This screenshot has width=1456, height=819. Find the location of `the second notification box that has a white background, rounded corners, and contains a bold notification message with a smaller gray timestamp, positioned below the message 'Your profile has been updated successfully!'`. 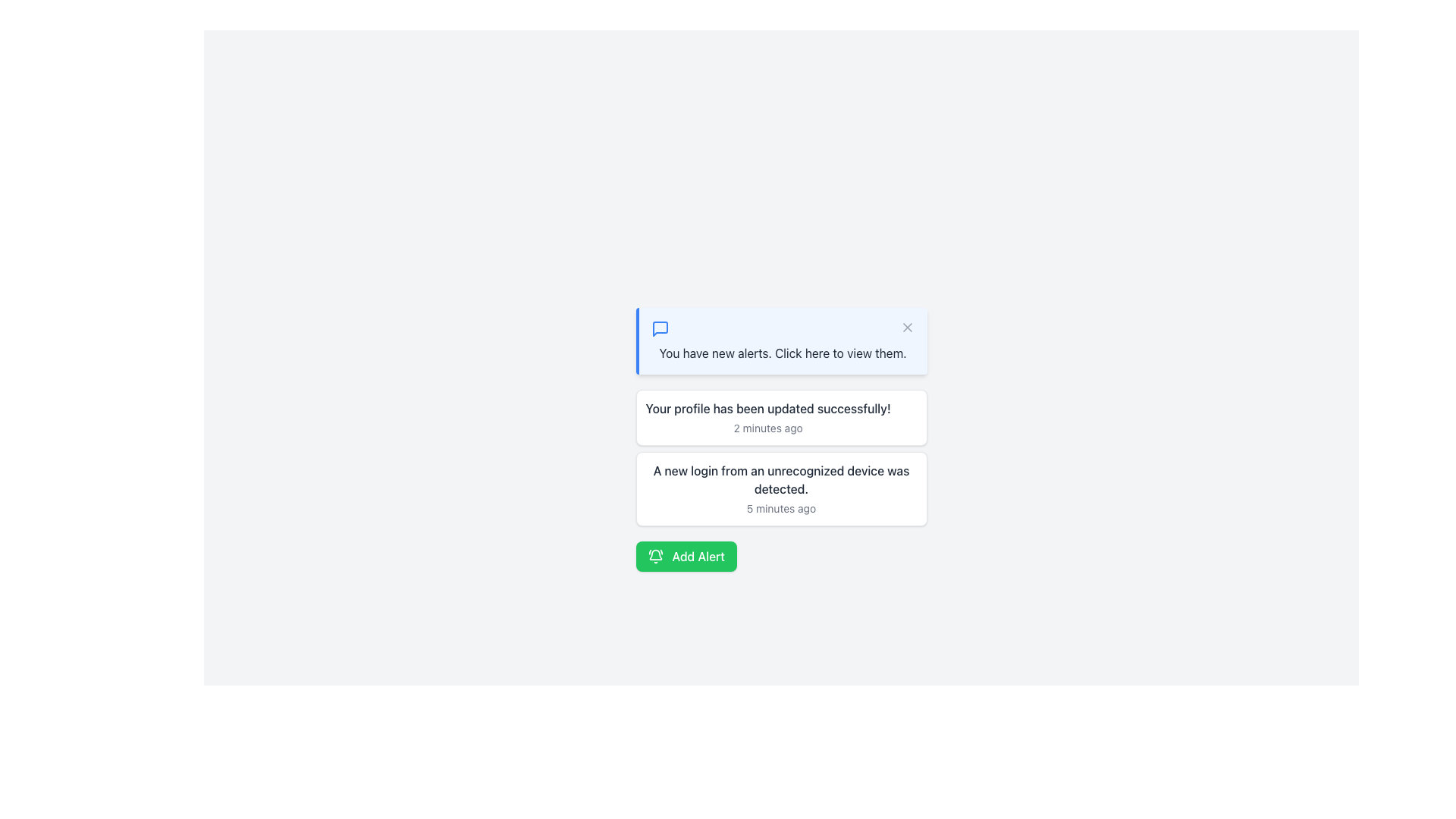

the second notification box that has a white background, rounded corners, and contains a bold notification message with a smaller gray timestamp, positioned below the message 'Your profile has been updated successfully!' is located at coordinates (781, 488).